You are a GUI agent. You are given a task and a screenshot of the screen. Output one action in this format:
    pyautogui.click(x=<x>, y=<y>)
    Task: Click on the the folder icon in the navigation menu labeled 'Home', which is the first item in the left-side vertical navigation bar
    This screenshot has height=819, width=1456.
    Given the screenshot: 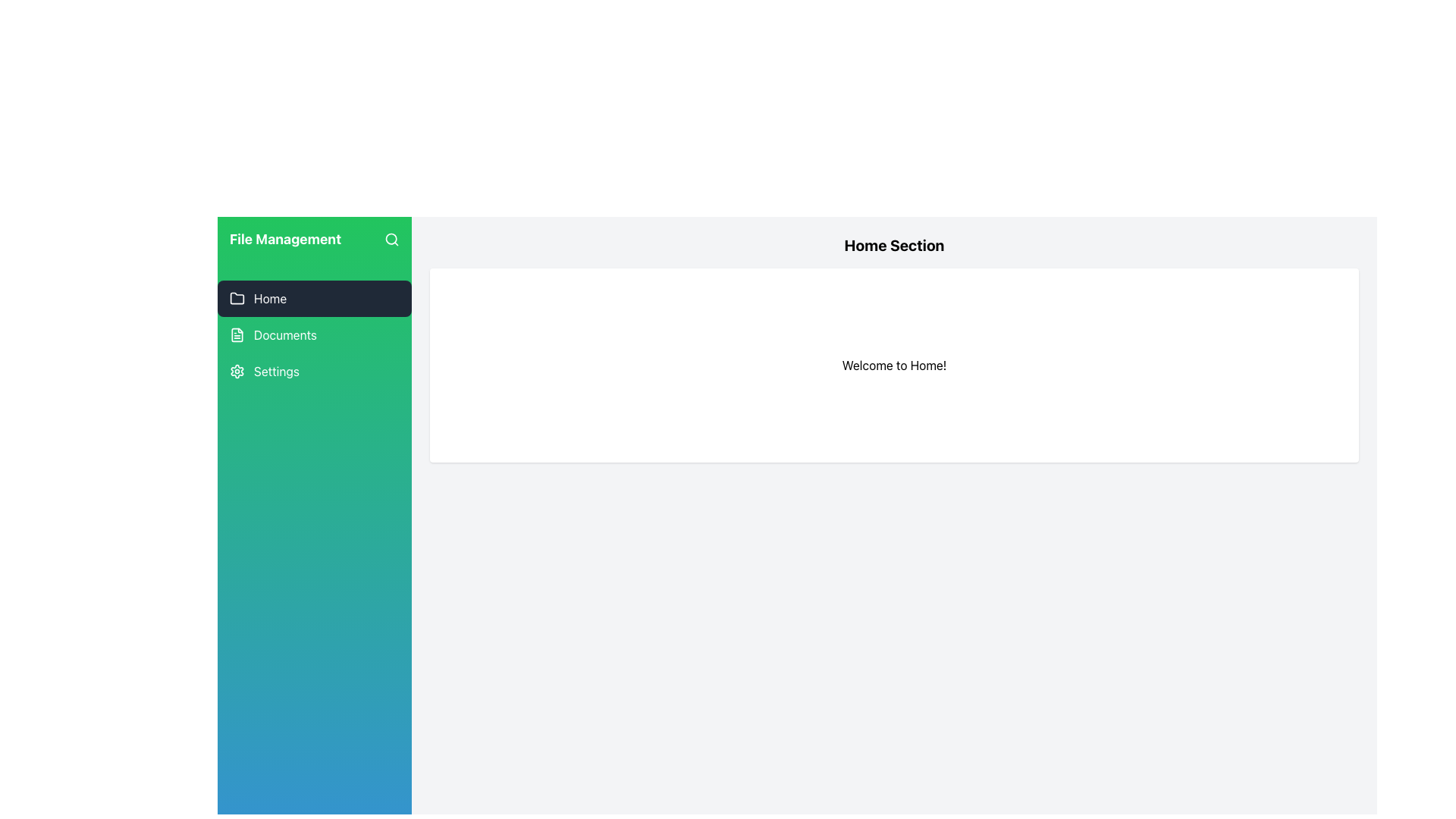 What is the action you would take?
    pyautogui.click(x=236, y=298)
    